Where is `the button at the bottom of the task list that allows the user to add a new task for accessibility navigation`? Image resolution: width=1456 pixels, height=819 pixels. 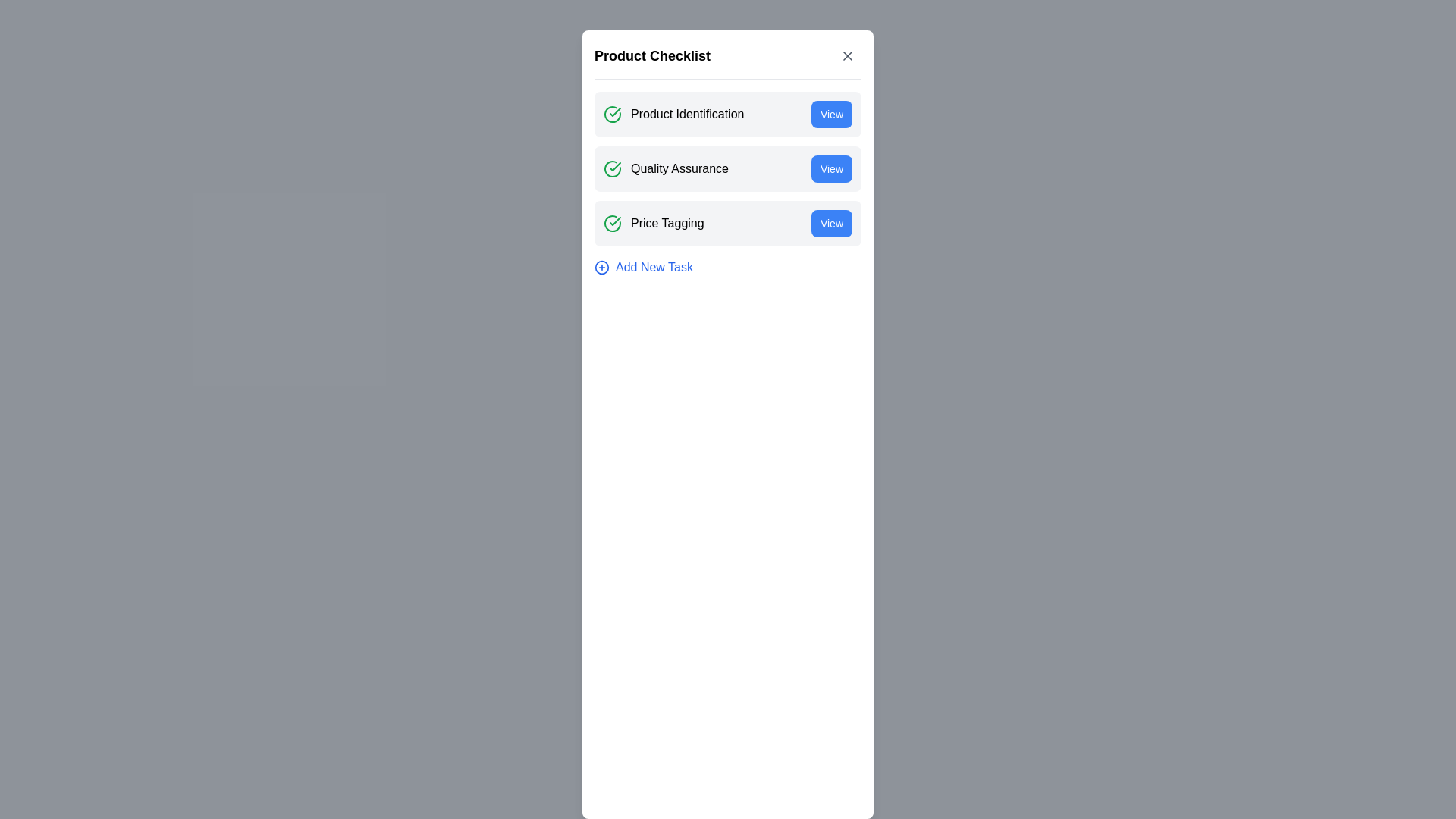 the button at the bottom of the task list that allows the user to add a new task for accessibility navigation is located at coordinates (644, 267).